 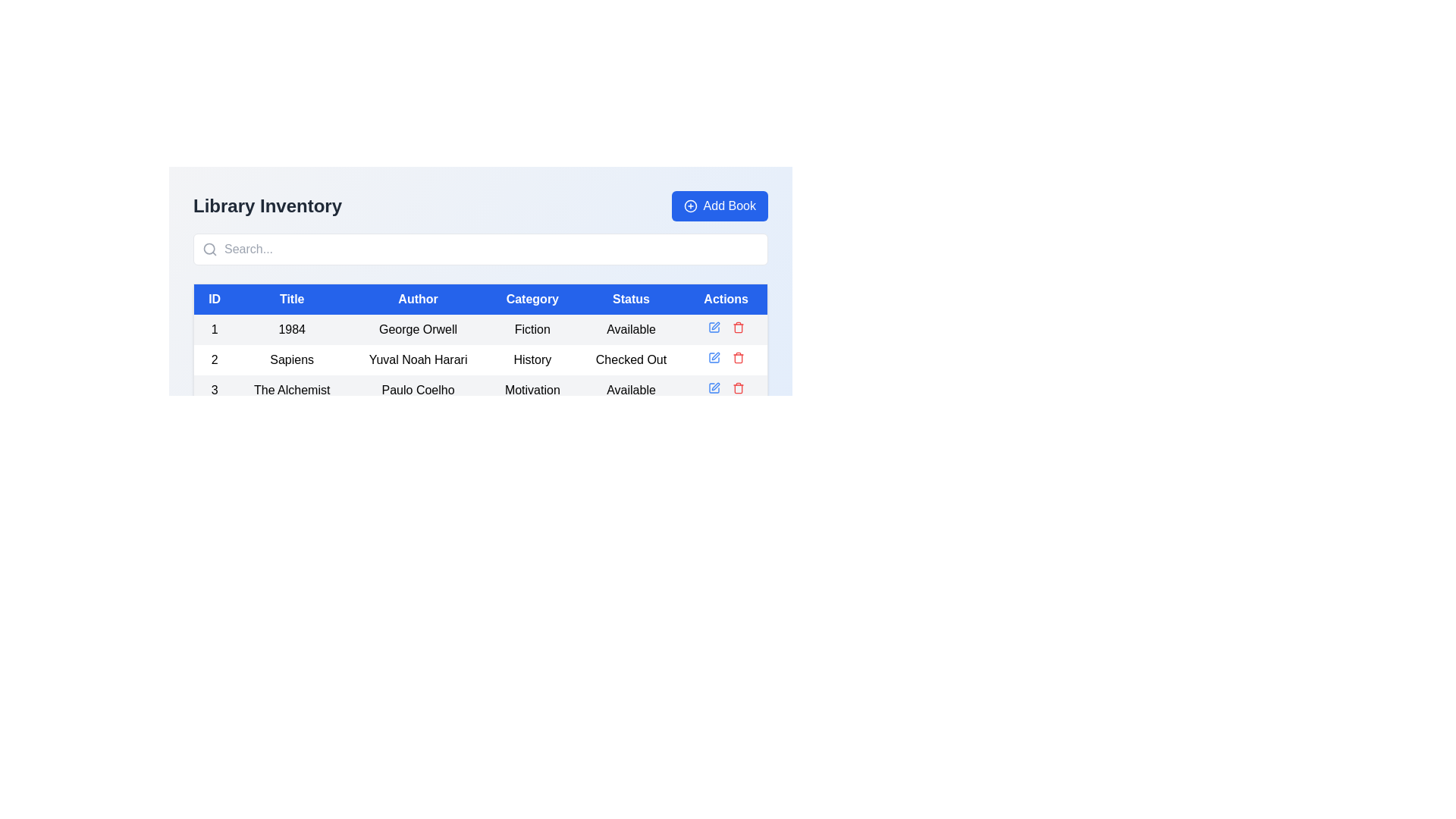 I want to click on the red trash bin icon in the 'Actions' column of the second row to initiate the delete action, so click(x=738, y=357).